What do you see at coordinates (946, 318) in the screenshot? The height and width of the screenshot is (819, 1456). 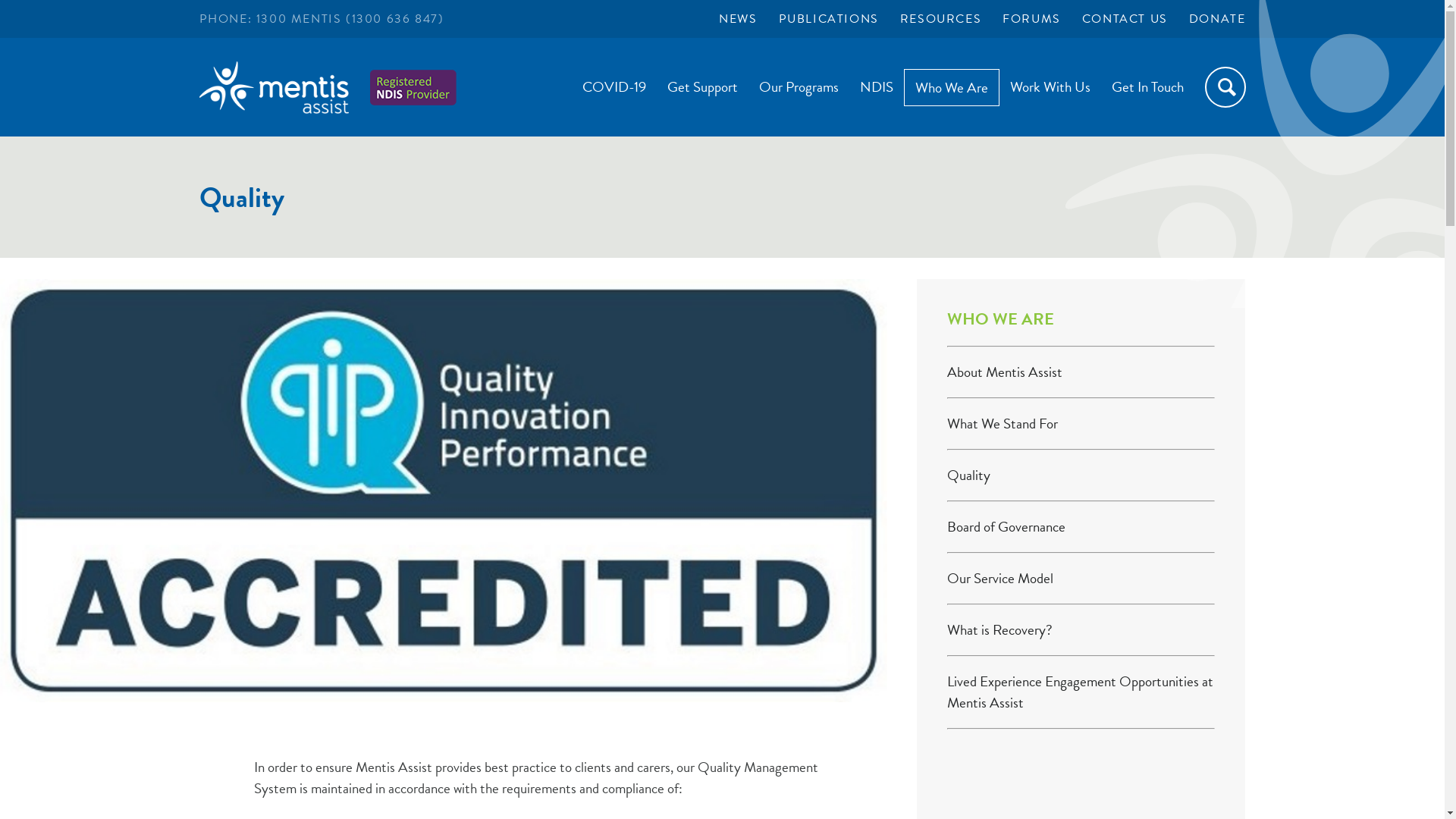 I see `'WHO WE ARE'` at bounding box center [946, 318].